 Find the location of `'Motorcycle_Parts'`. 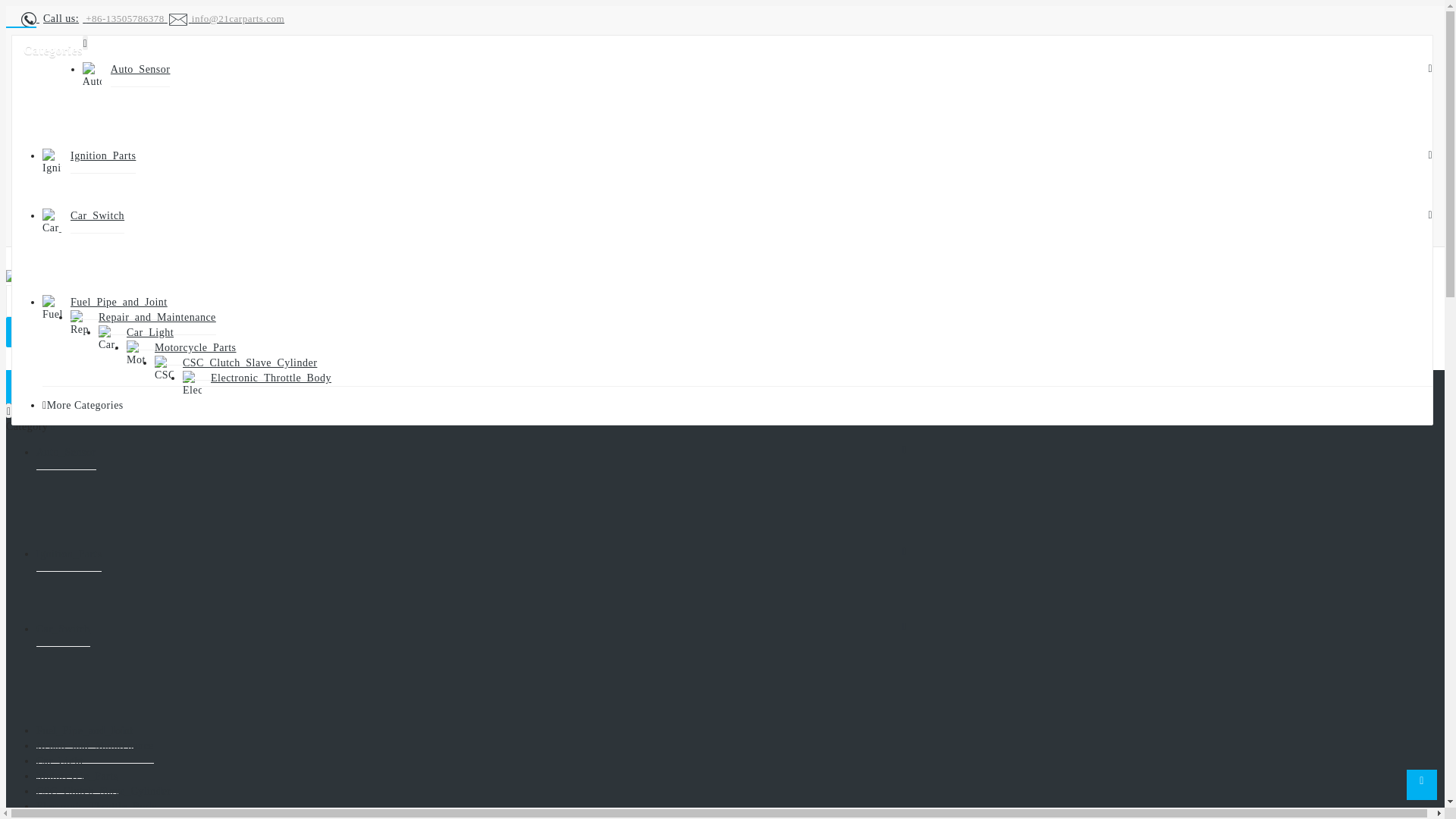

'Motorcycle_Parts' is located at coordinates (76, 776).